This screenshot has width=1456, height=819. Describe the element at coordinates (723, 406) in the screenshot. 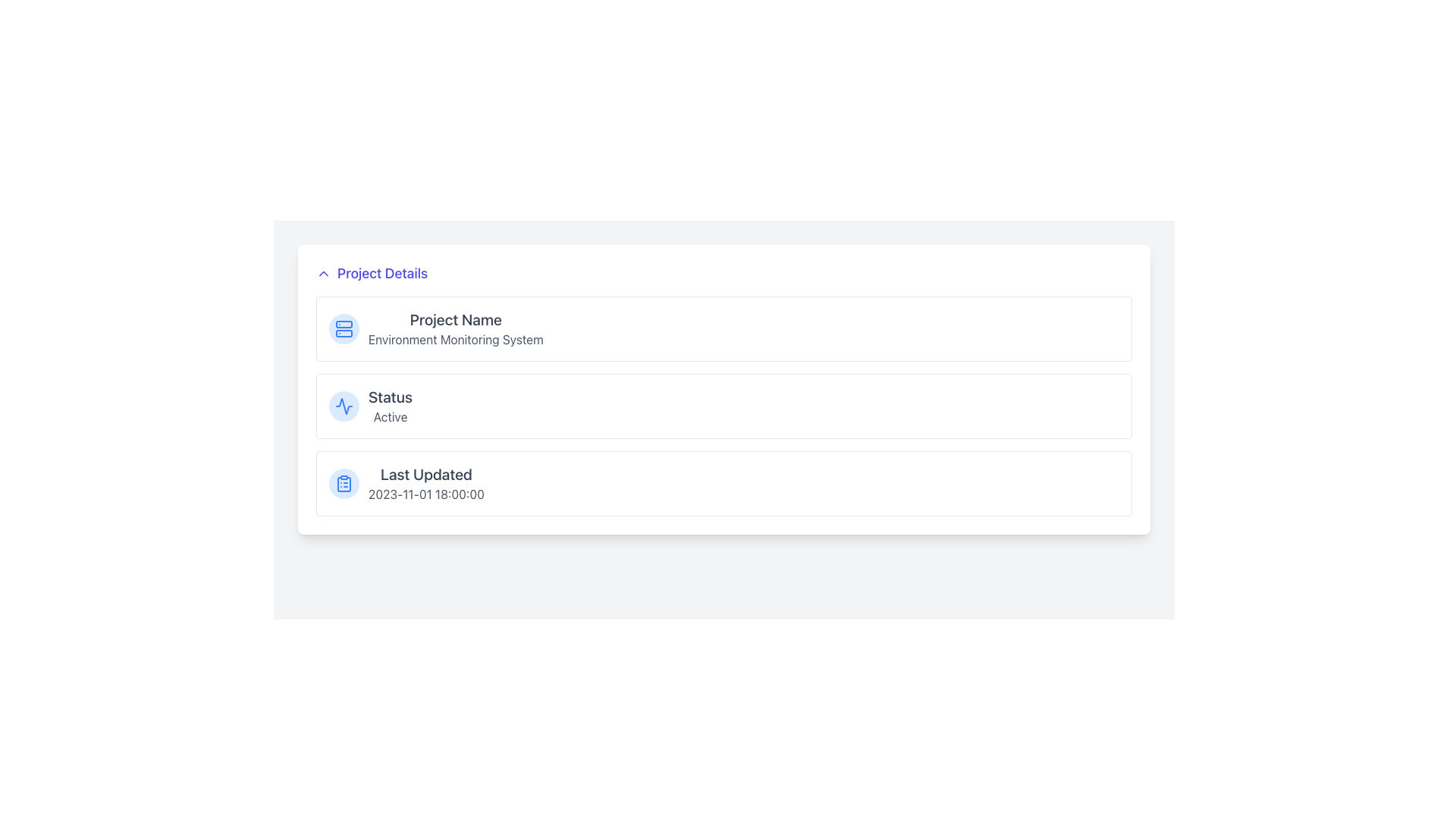

I see `the Information Display Block that shows the 'Status' label in bold and the text 'Active' below it, located between the 'Project Name' and 'Last Updated' sections` at that location.